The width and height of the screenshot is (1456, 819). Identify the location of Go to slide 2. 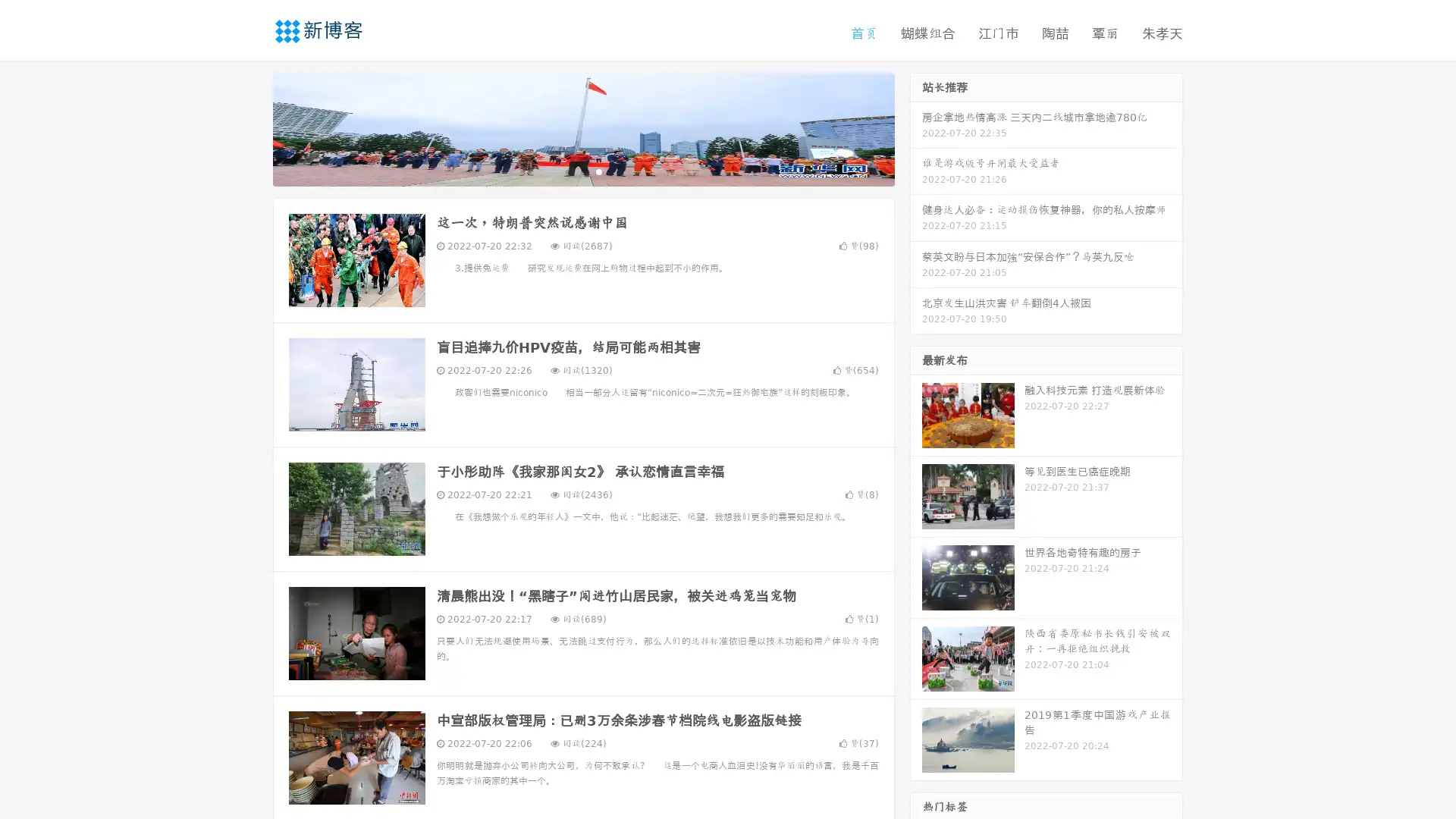
(582, 171).